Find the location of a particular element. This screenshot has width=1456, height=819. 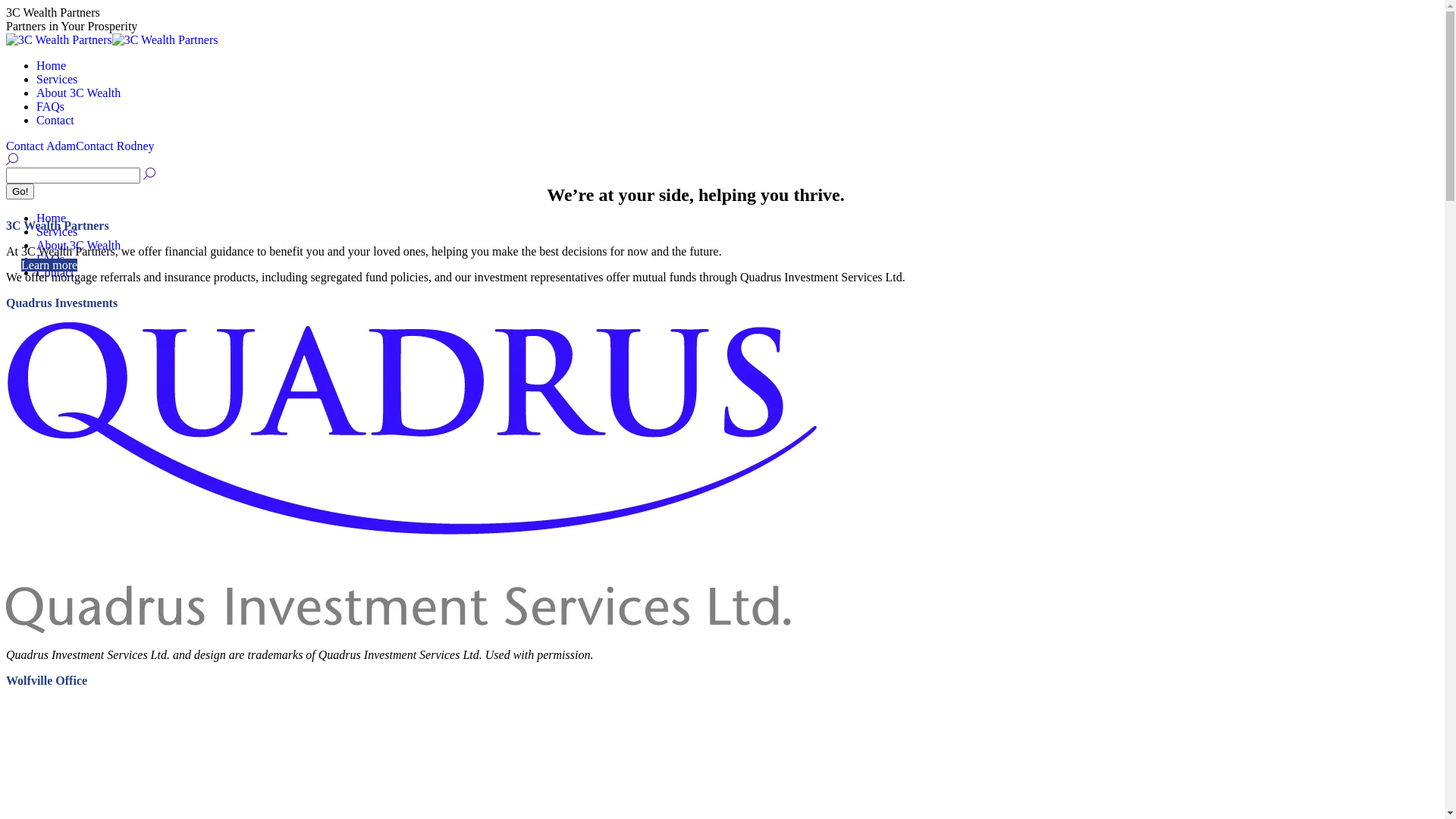

'About 3C Wealth' is located at coordinates (77, 244).